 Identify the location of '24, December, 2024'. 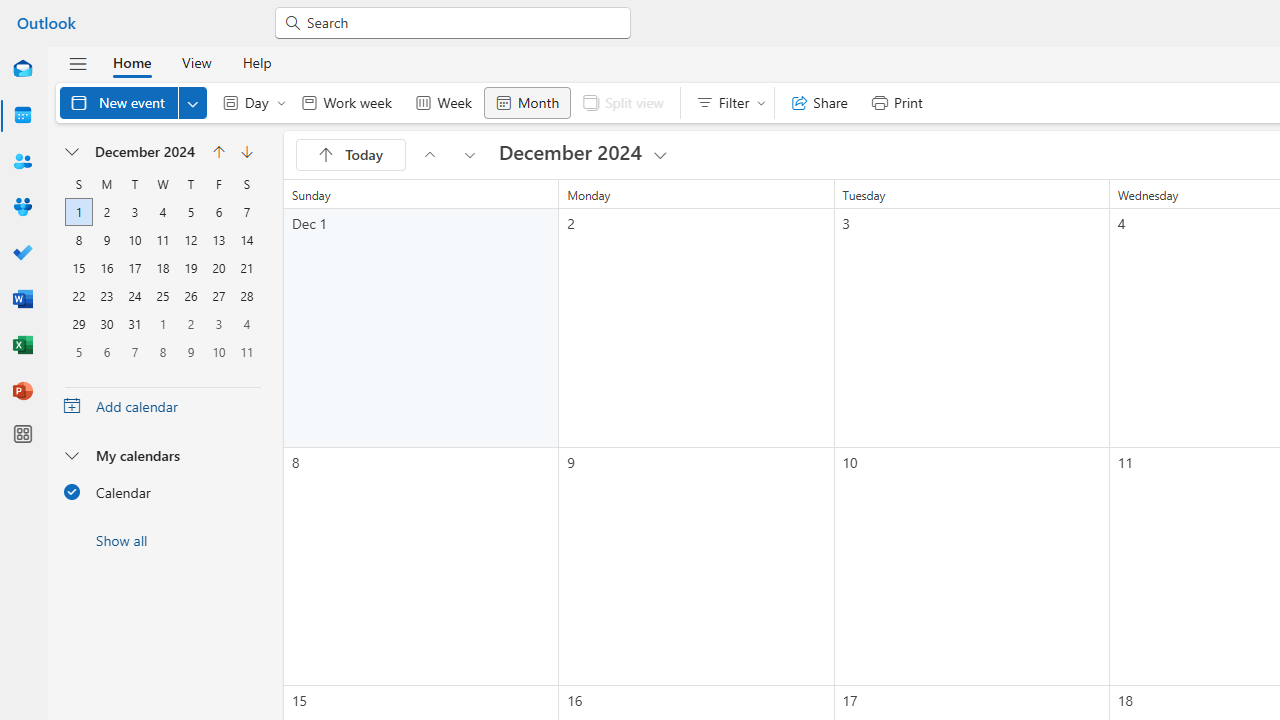
(134, 296).